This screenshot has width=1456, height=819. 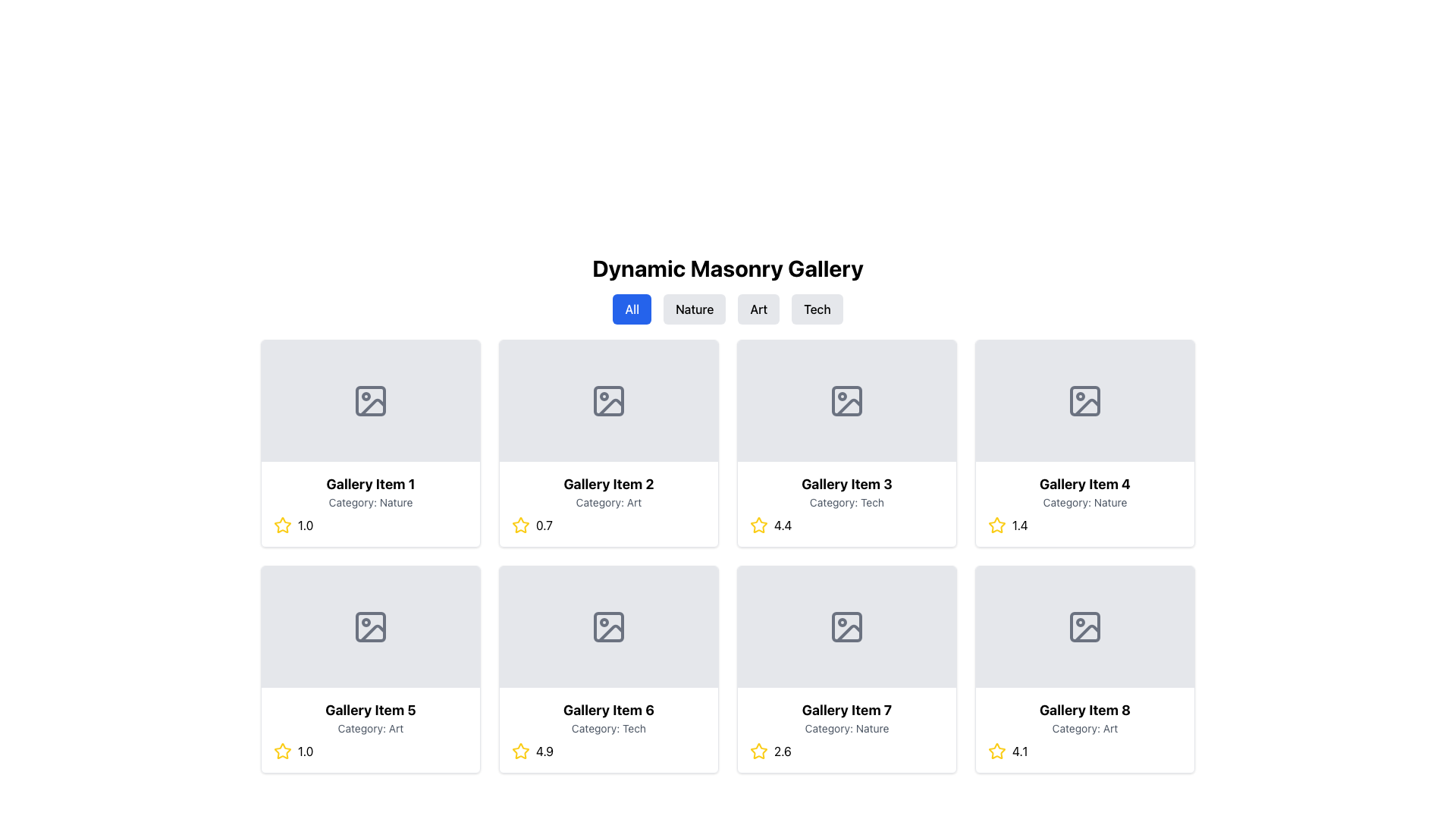 What do you see at coordinates (371, 727) in the screenshot?
I see `the label text reading 'Category: Art' positioned below 'Gallery Item 5' and above the rating component to trigger a tooltip or interaction` at bounding box center [371, 727].